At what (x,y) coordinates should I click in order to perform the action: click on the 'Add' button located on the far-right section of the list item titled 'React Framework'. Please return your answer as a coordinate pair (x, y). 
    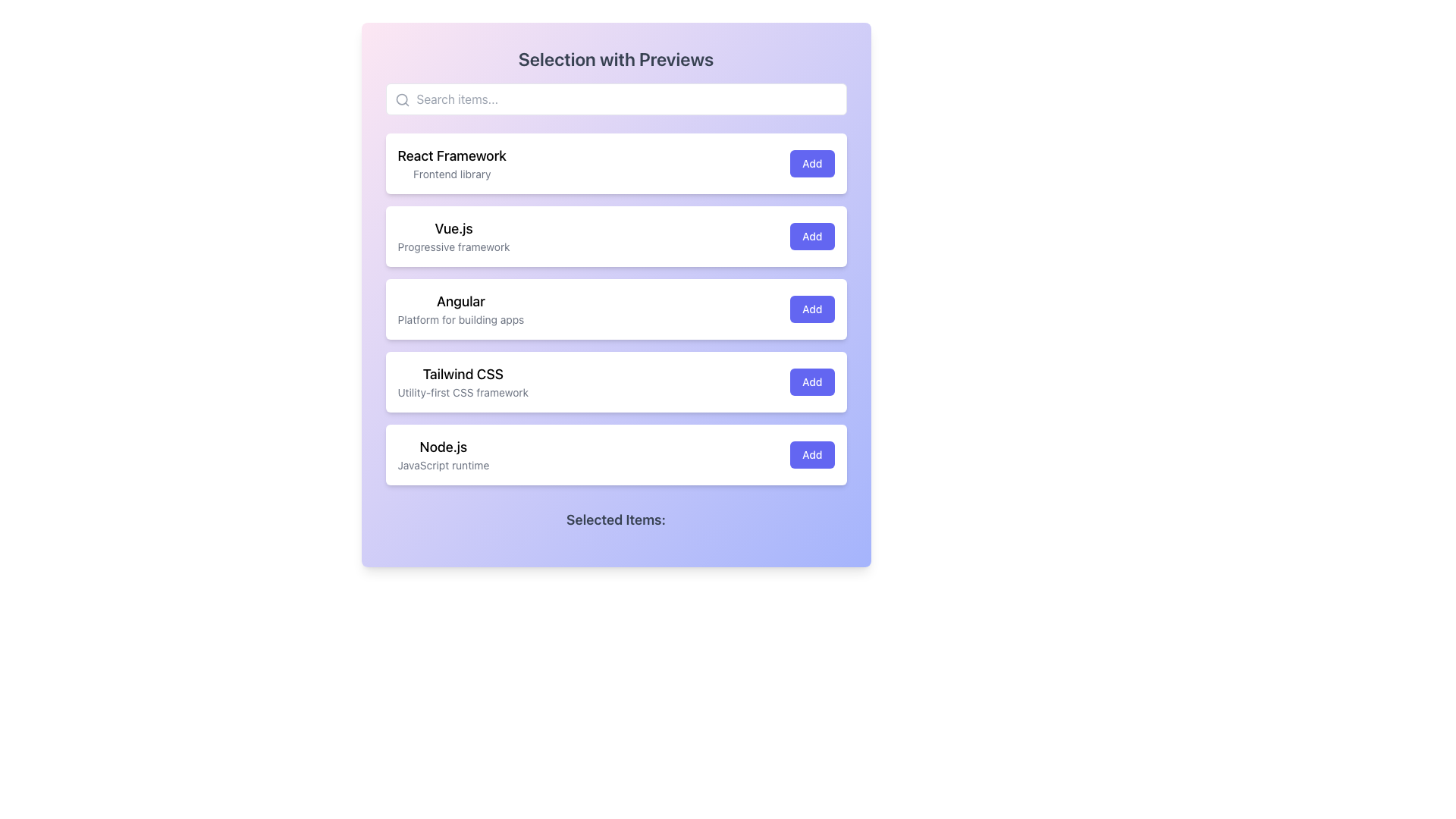
    Looking at the image, I should click on (811, 164).